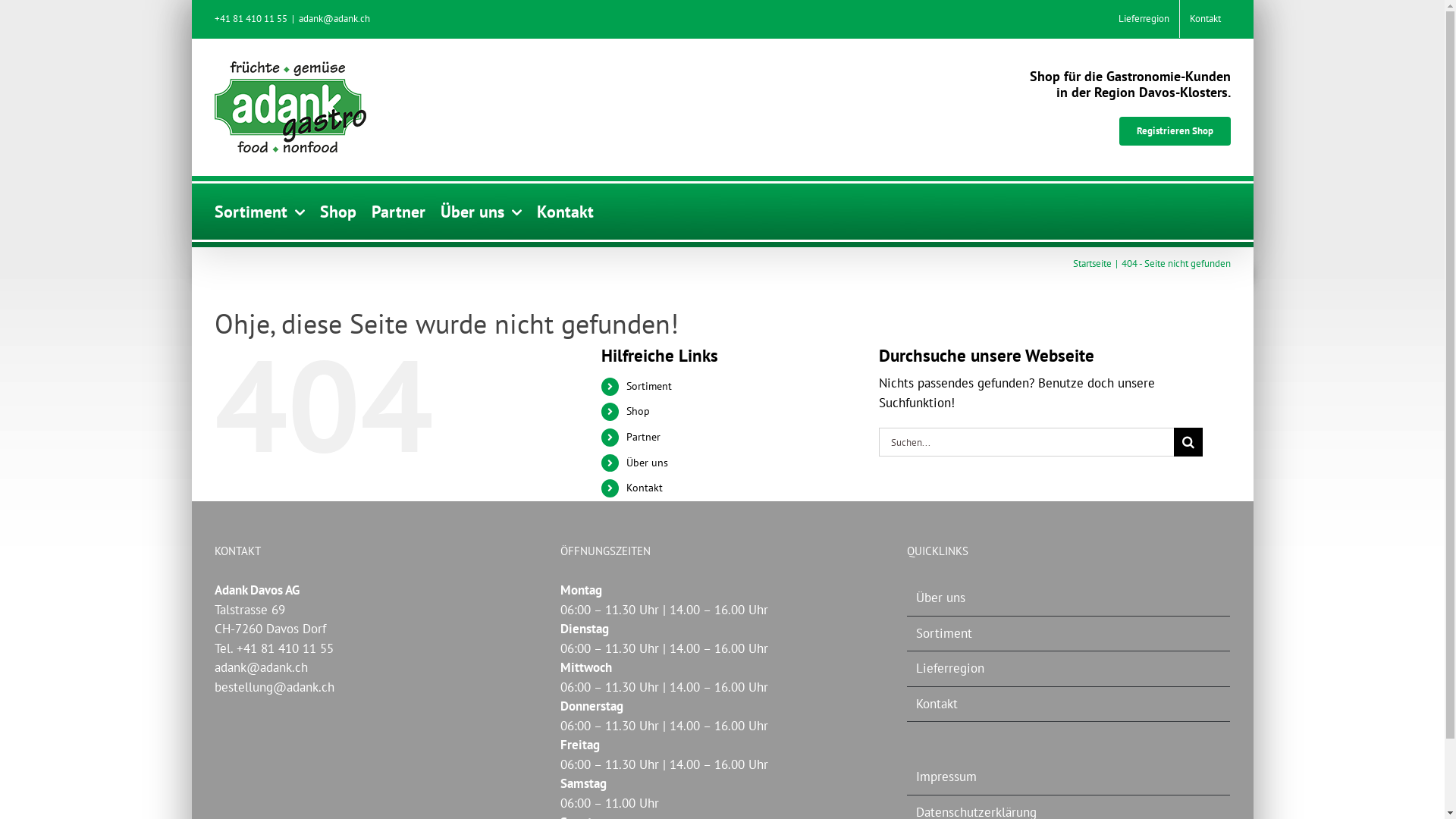  Describe the element at coordinates (643, 436) in the screenshot. I see `'Partner'` at that location.